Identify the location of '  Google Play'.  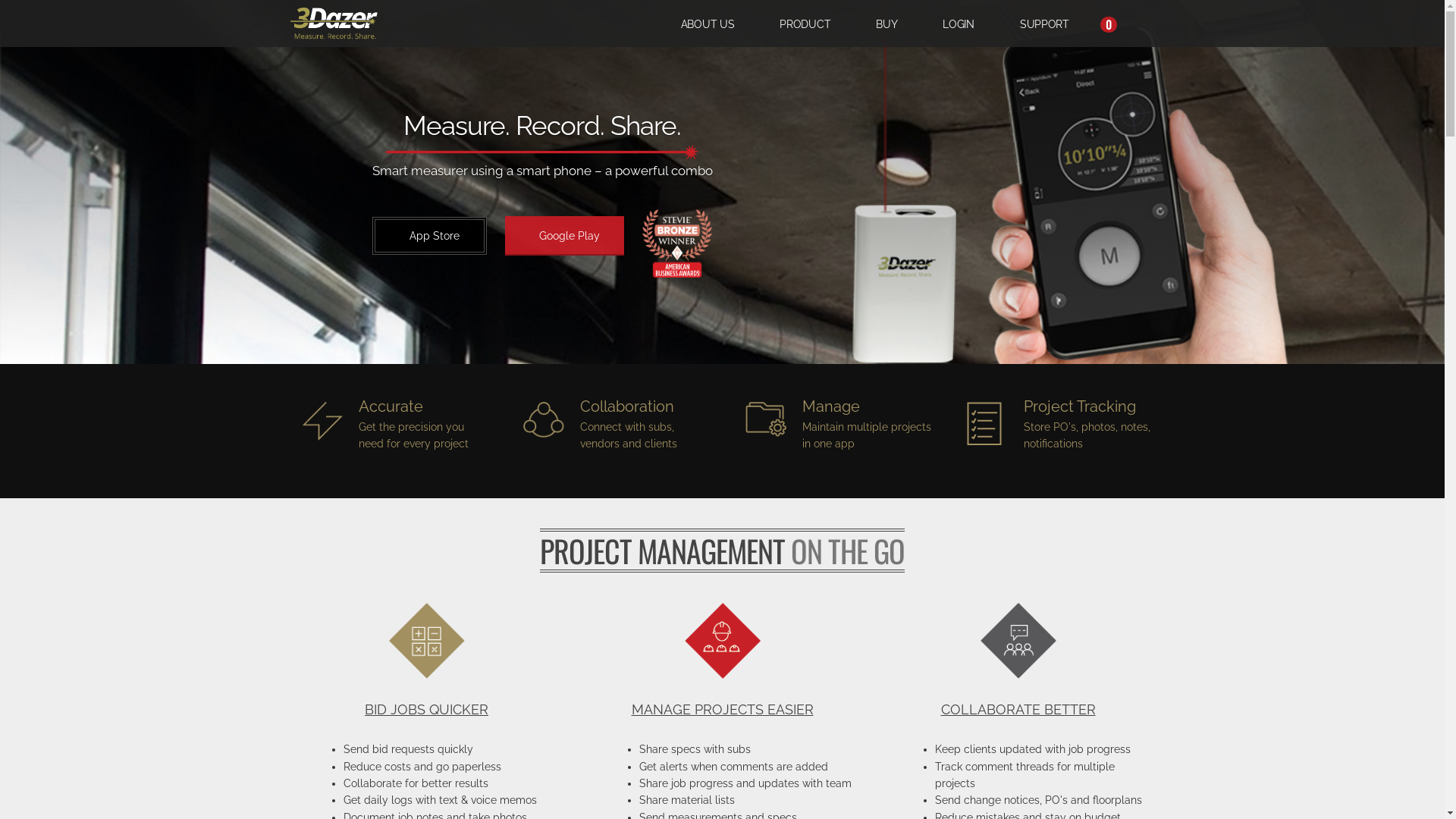
(563, 236).